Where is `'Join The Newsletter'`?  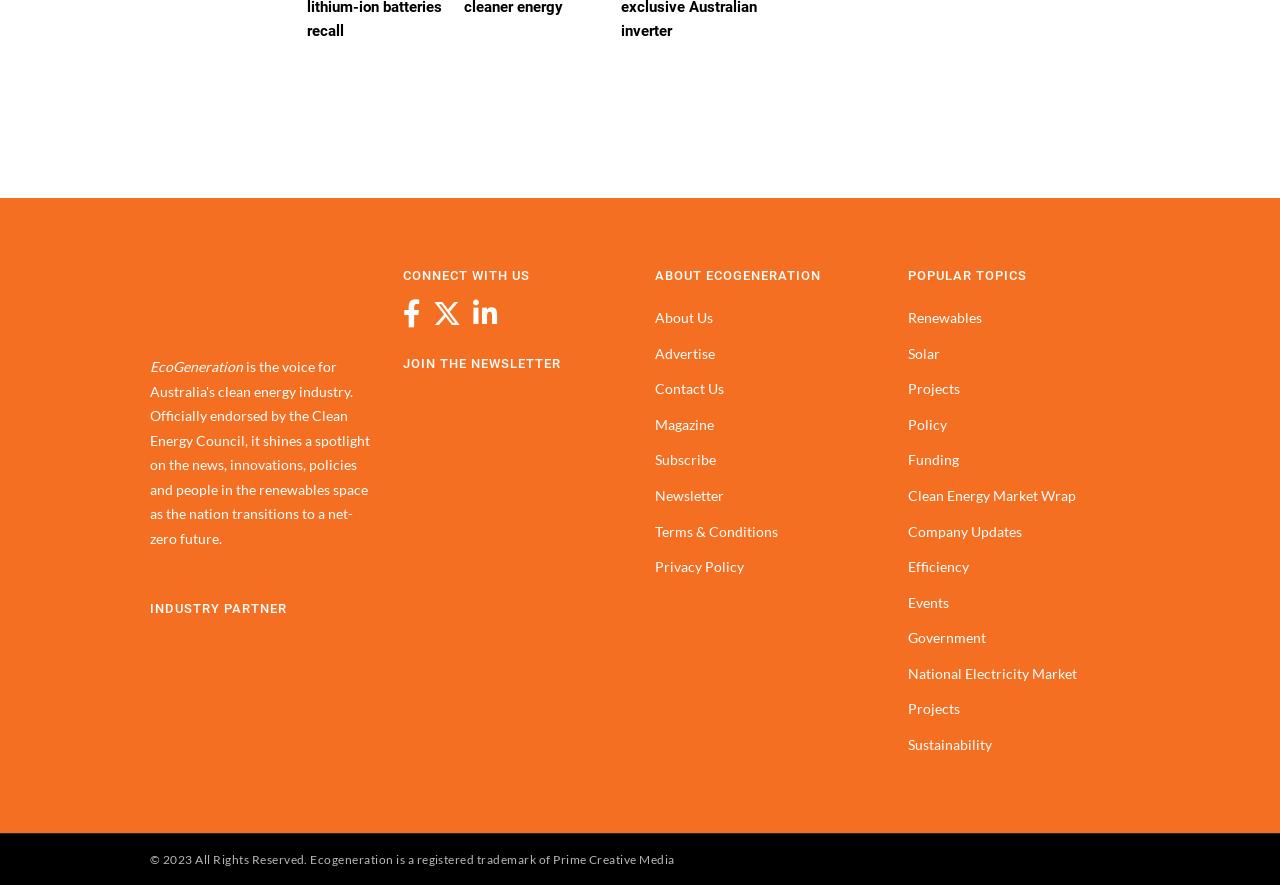
'Join The Newsletter' is located at coordinates (481, 362).